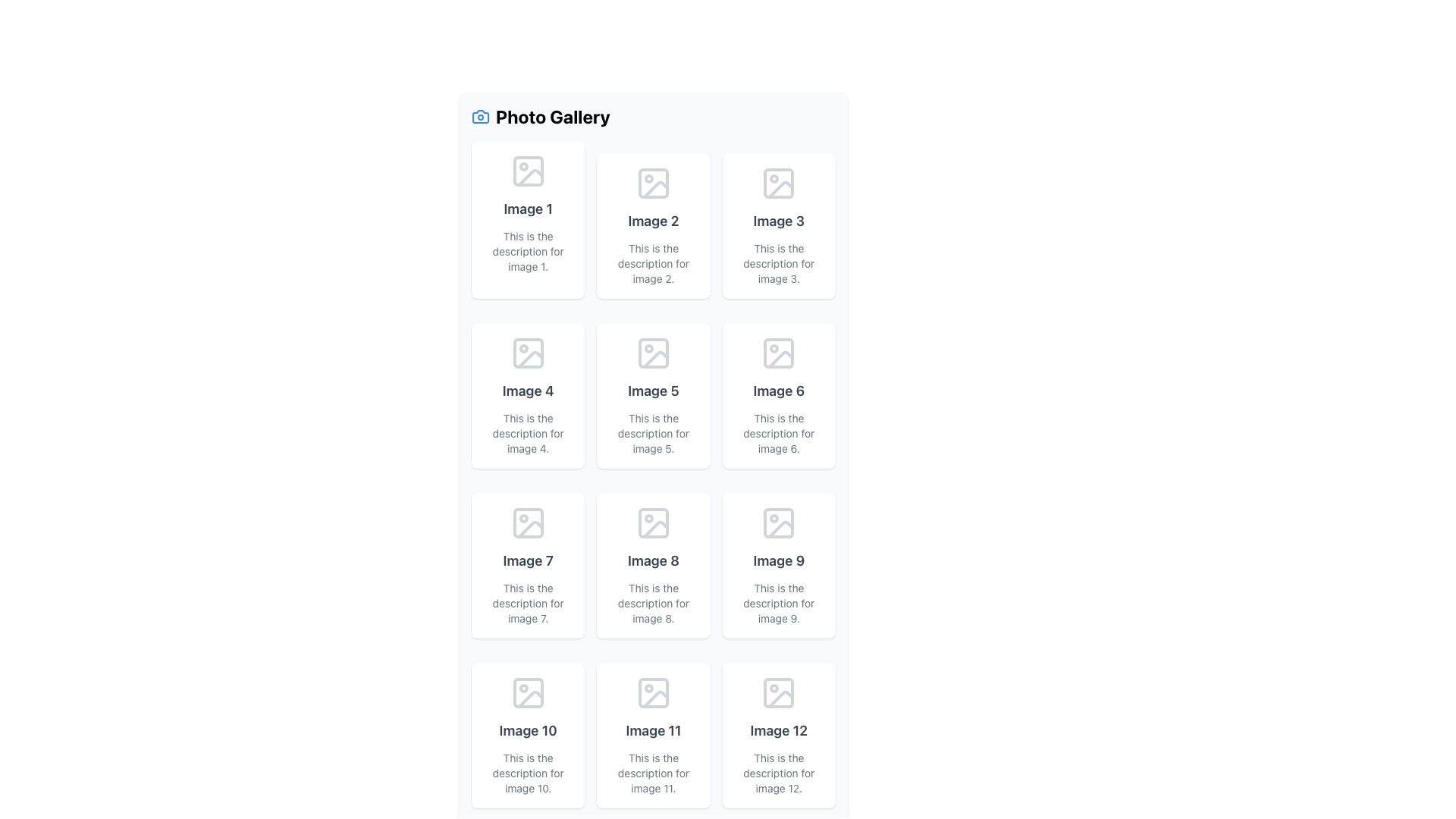  I want to click on the descriptive Content block displaying image metadata in the second position of the first row under 'Photo Gallery', so click(654, 225).